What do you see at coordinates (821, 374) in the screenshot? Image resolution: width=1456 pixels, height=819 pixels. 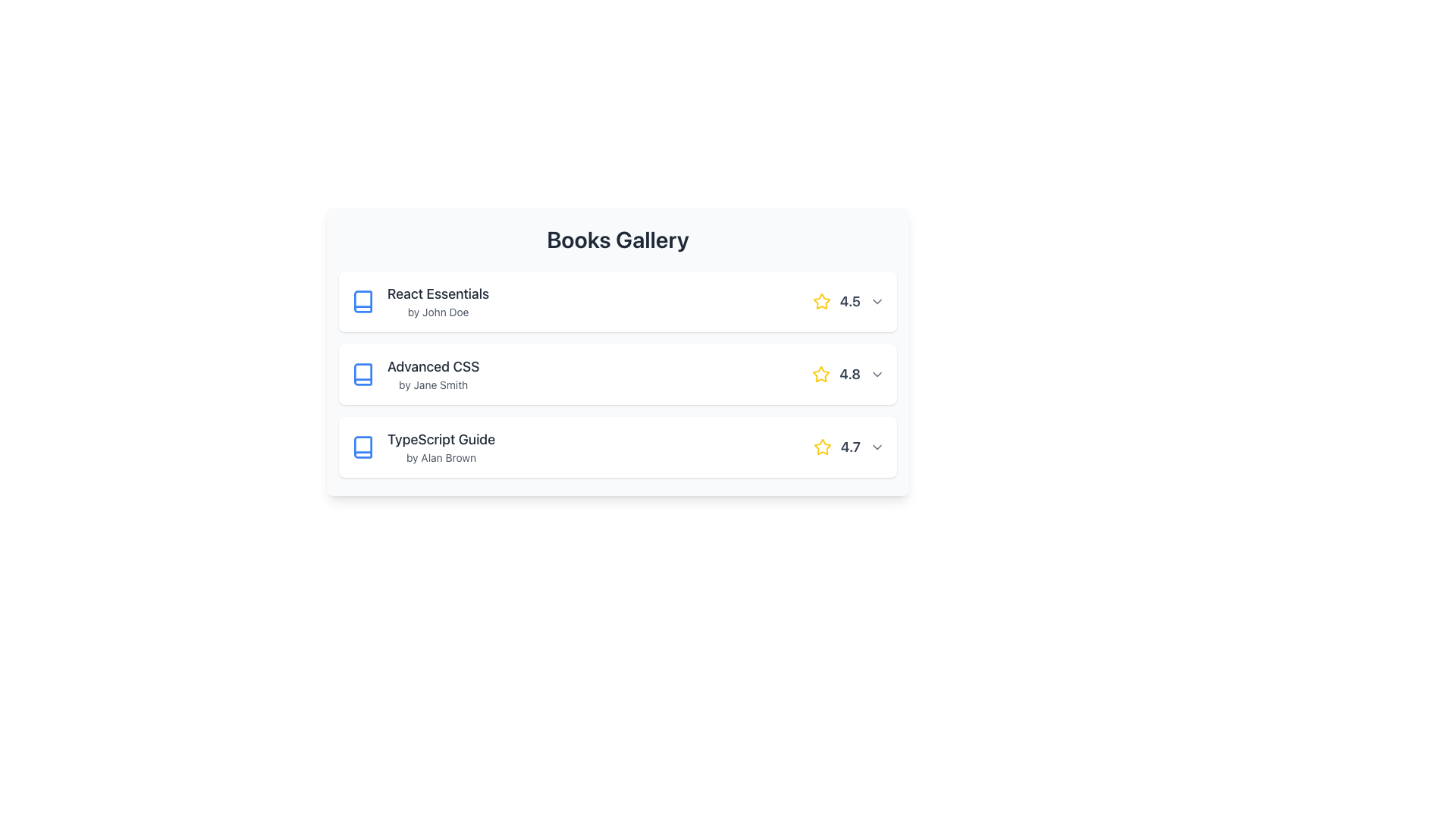 I see `the star-shaped icon with a yellow outline that represents the rating for the 'Advanced CSS' book, located to the left of the rating number '4.8'` at bounding box center [821, 374].